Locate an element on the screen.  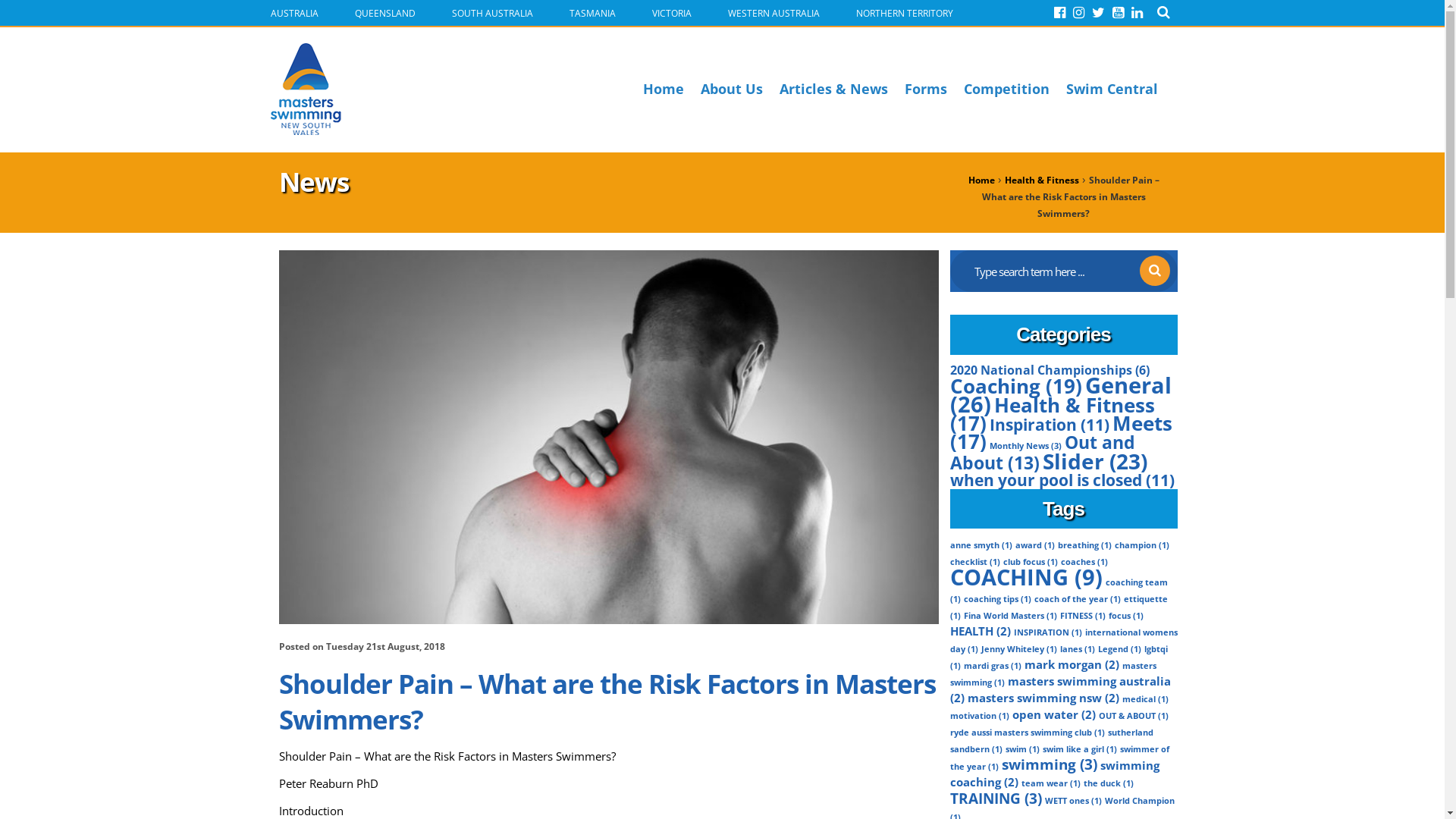
'HEALTH (2)' is located at coordinates (979, 631).